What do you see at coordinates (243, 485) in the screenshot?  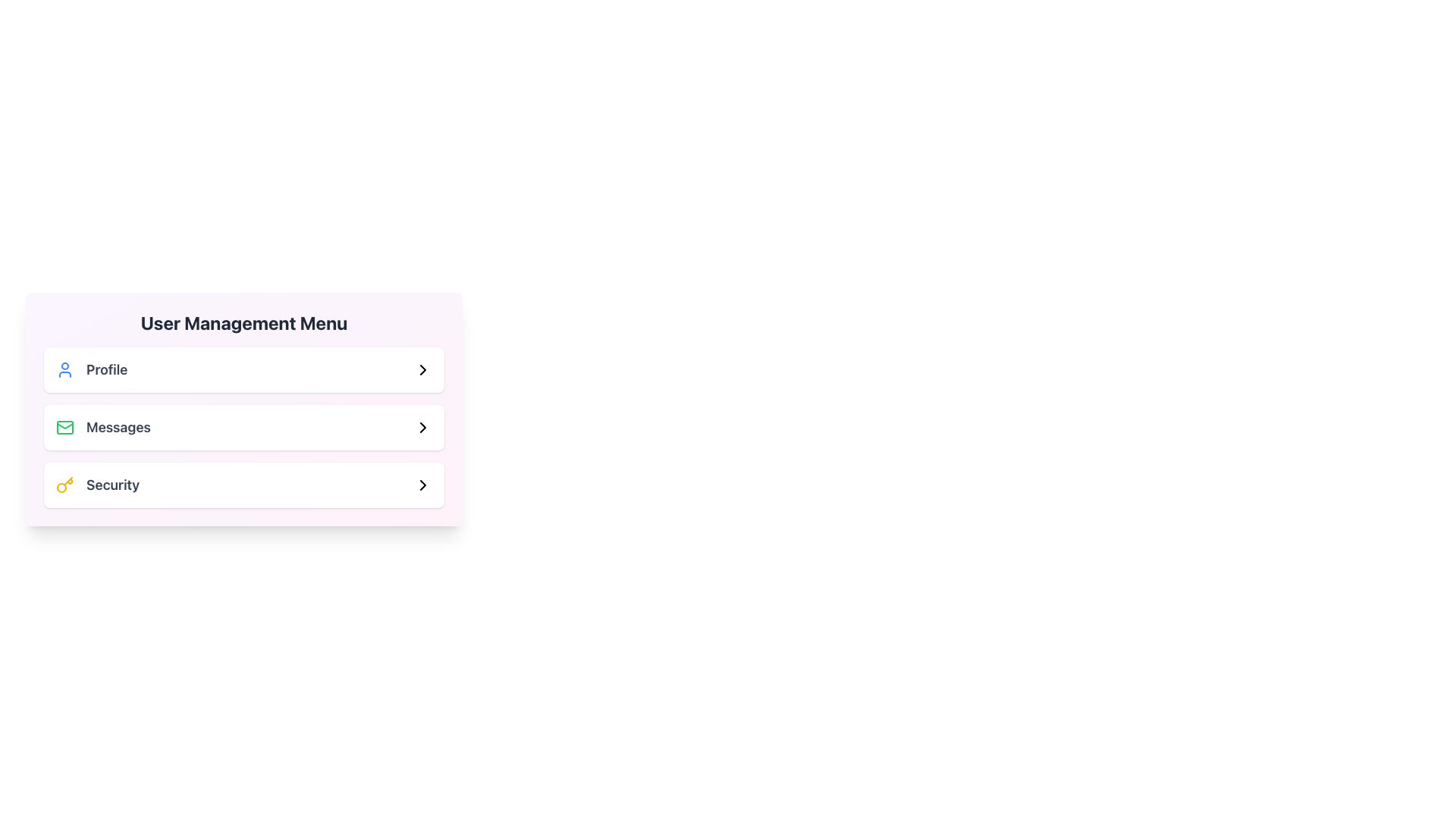 I see `the third menu option in the User Management Menu` at bounding box center [243, 485].